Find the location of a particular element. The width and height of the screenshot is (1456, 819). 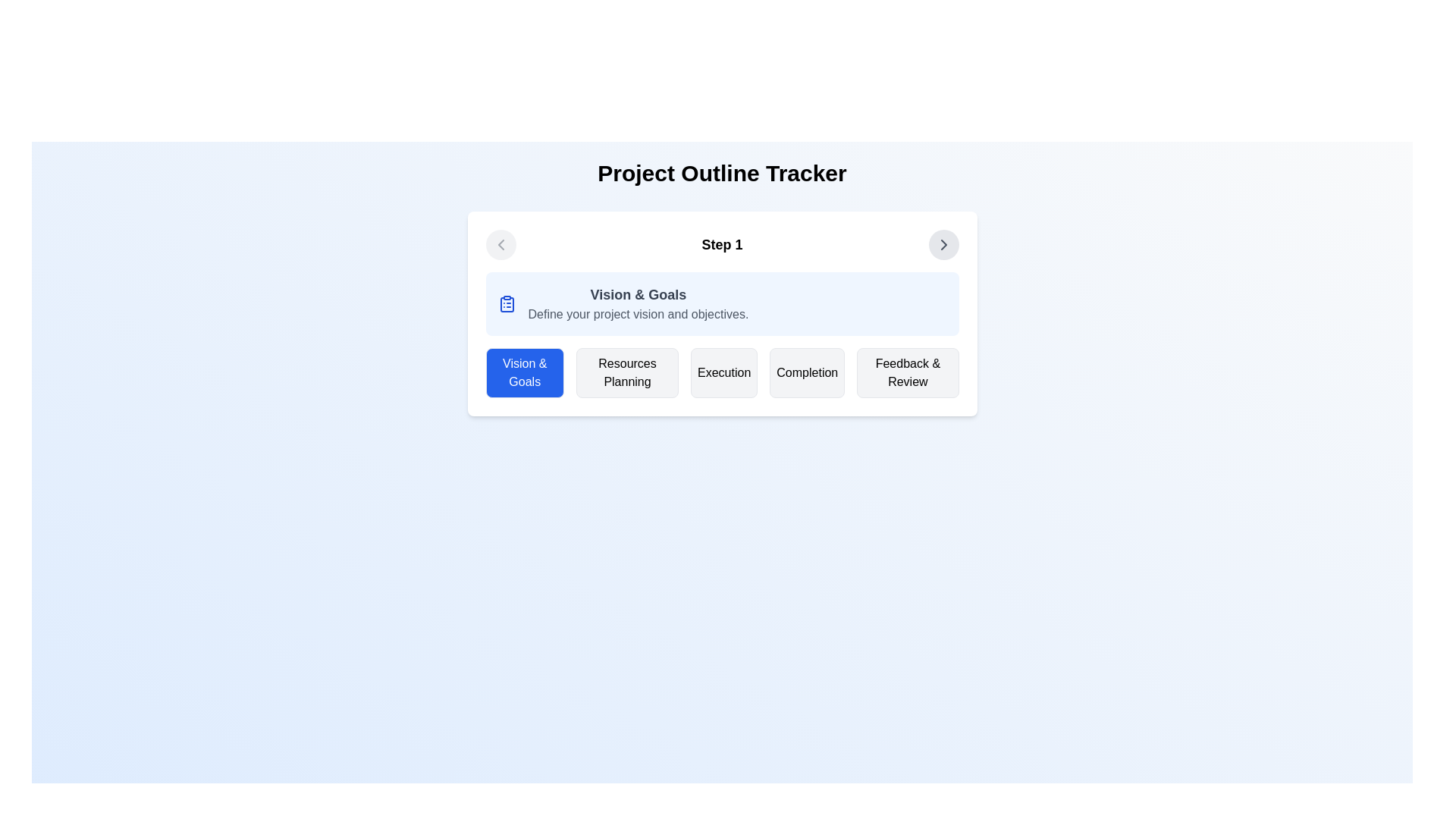

the text label that indicates the current step in the step navigation process, which is centrally located in the horizontal navigation bar is located at coordinates (721, 244).